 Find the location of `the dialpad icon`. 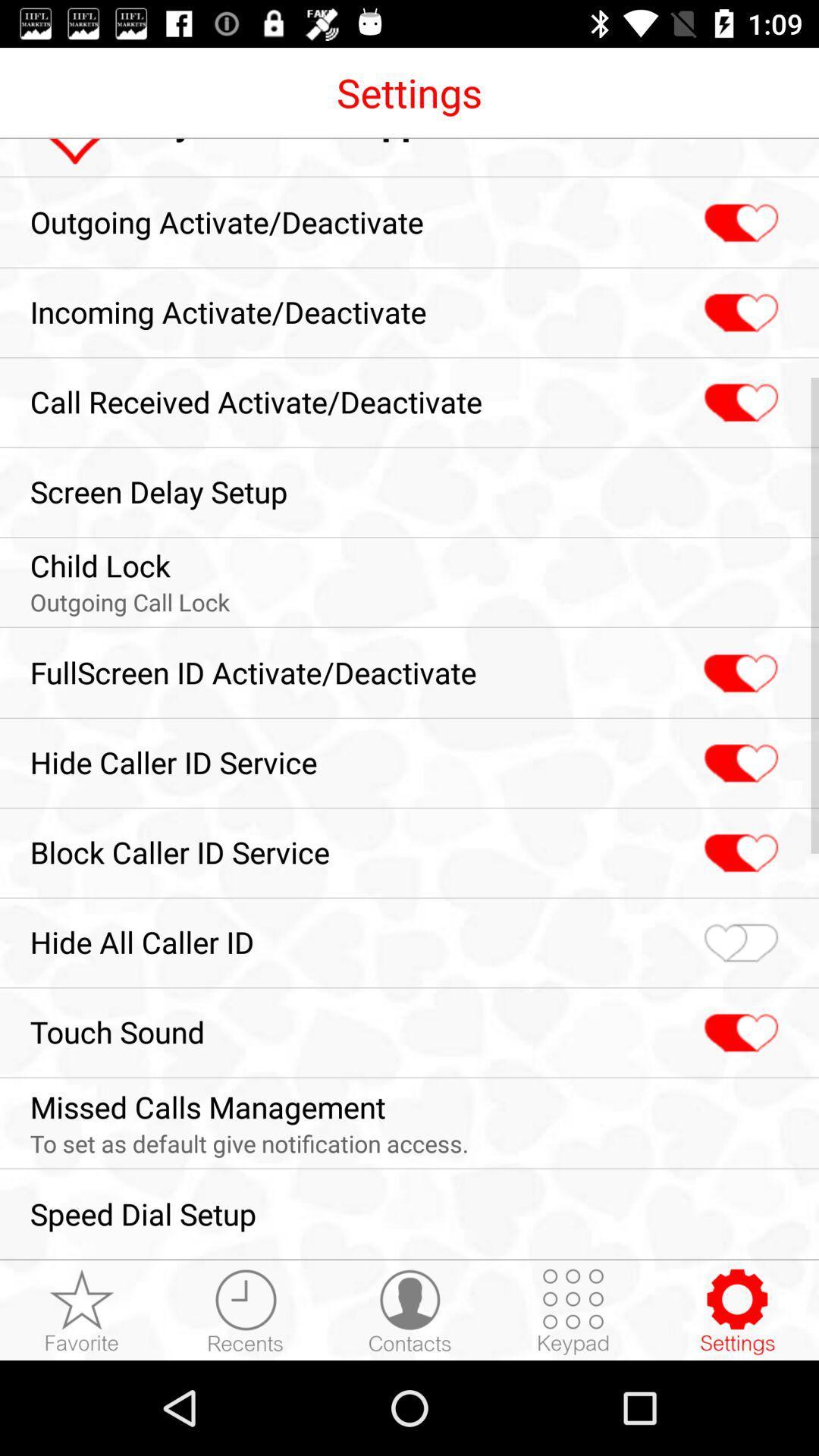

the dialpad icon is located at coordinates (573, 1310).